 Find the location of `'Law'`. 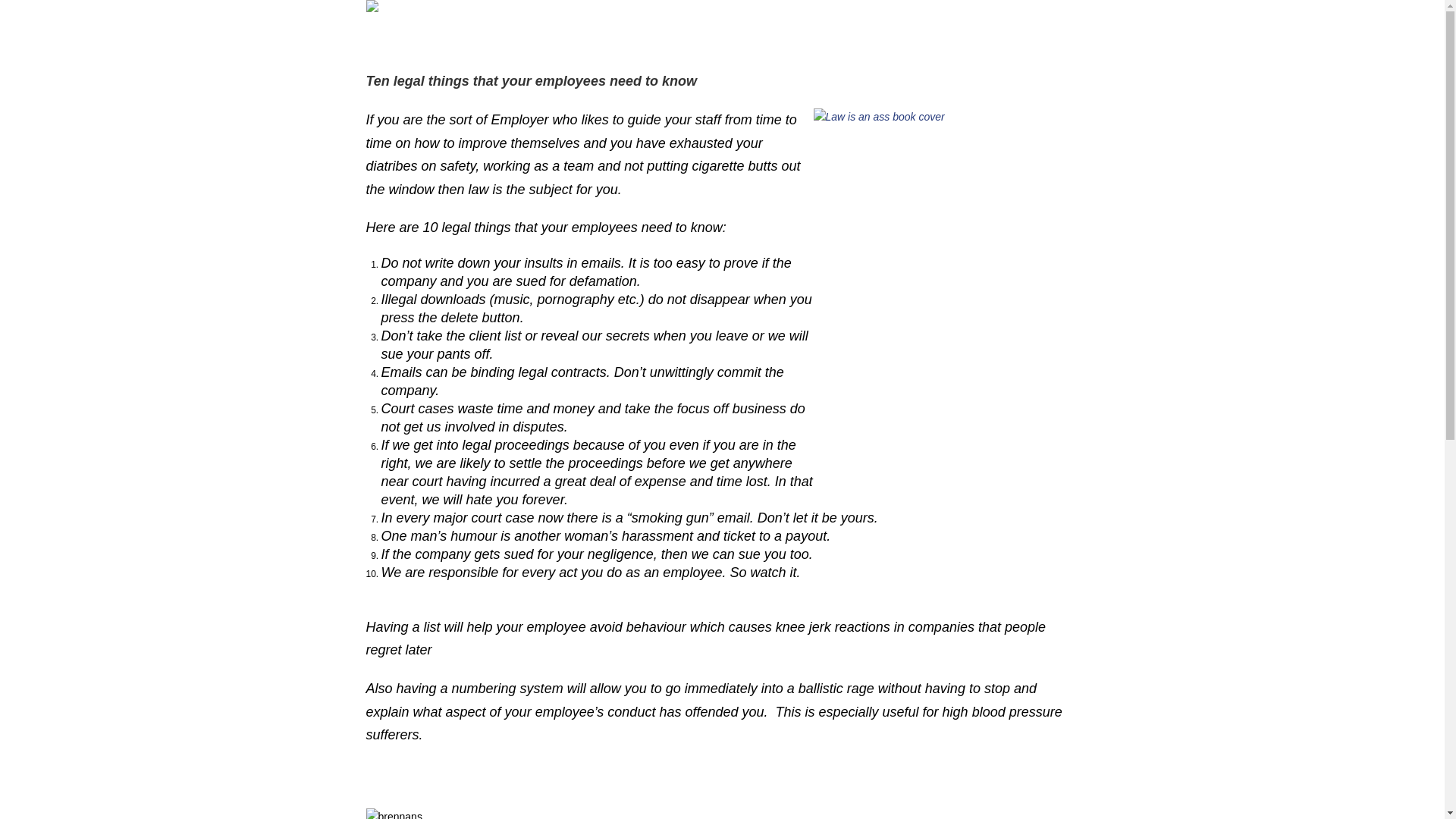

'Law' is located at coordinates (639, 32).